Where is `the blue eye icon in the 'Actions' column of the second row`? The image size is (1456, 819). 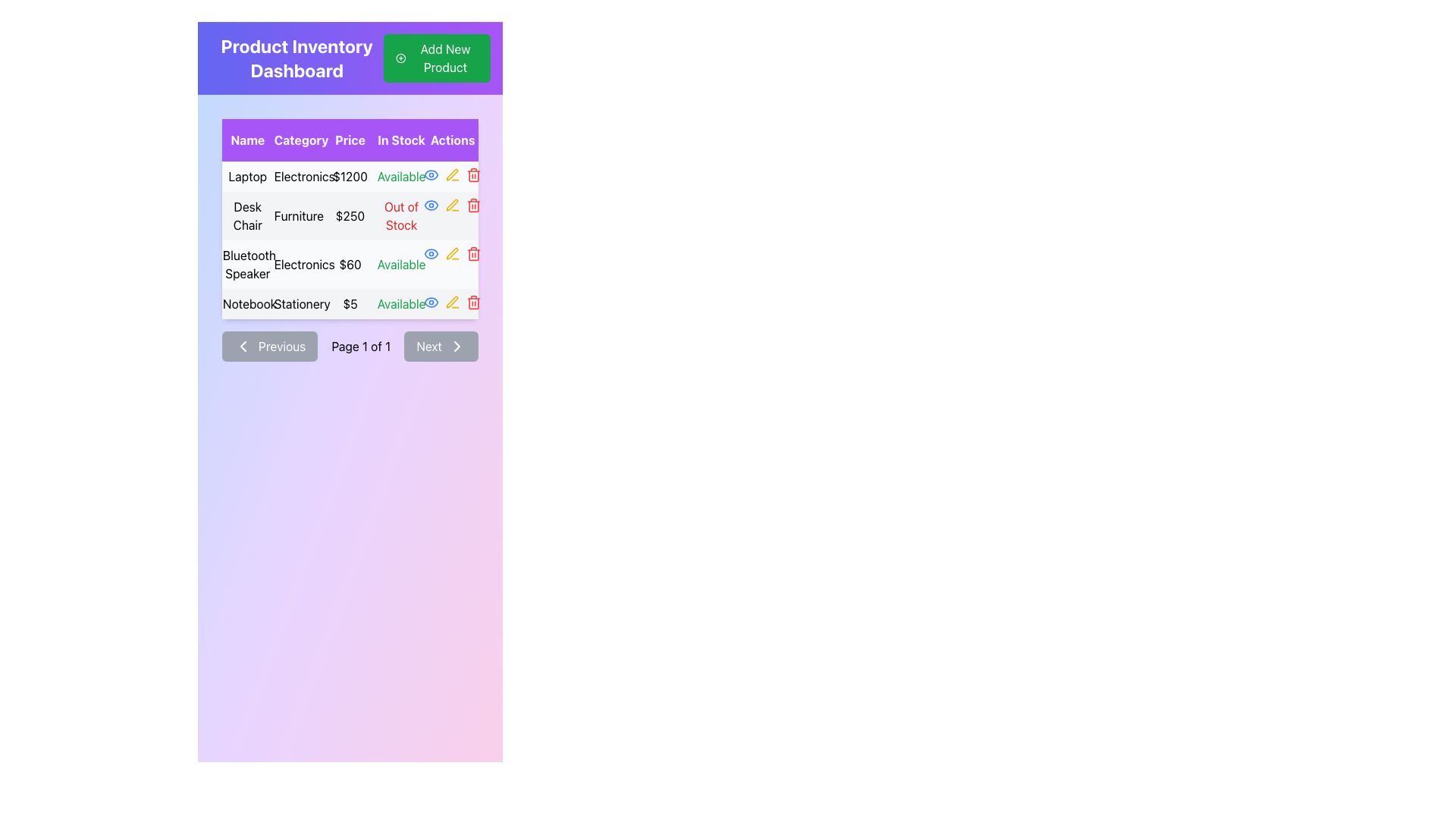 the blue eye icon in the 'Actions' column of the second row is located at coordinates (431, 205).